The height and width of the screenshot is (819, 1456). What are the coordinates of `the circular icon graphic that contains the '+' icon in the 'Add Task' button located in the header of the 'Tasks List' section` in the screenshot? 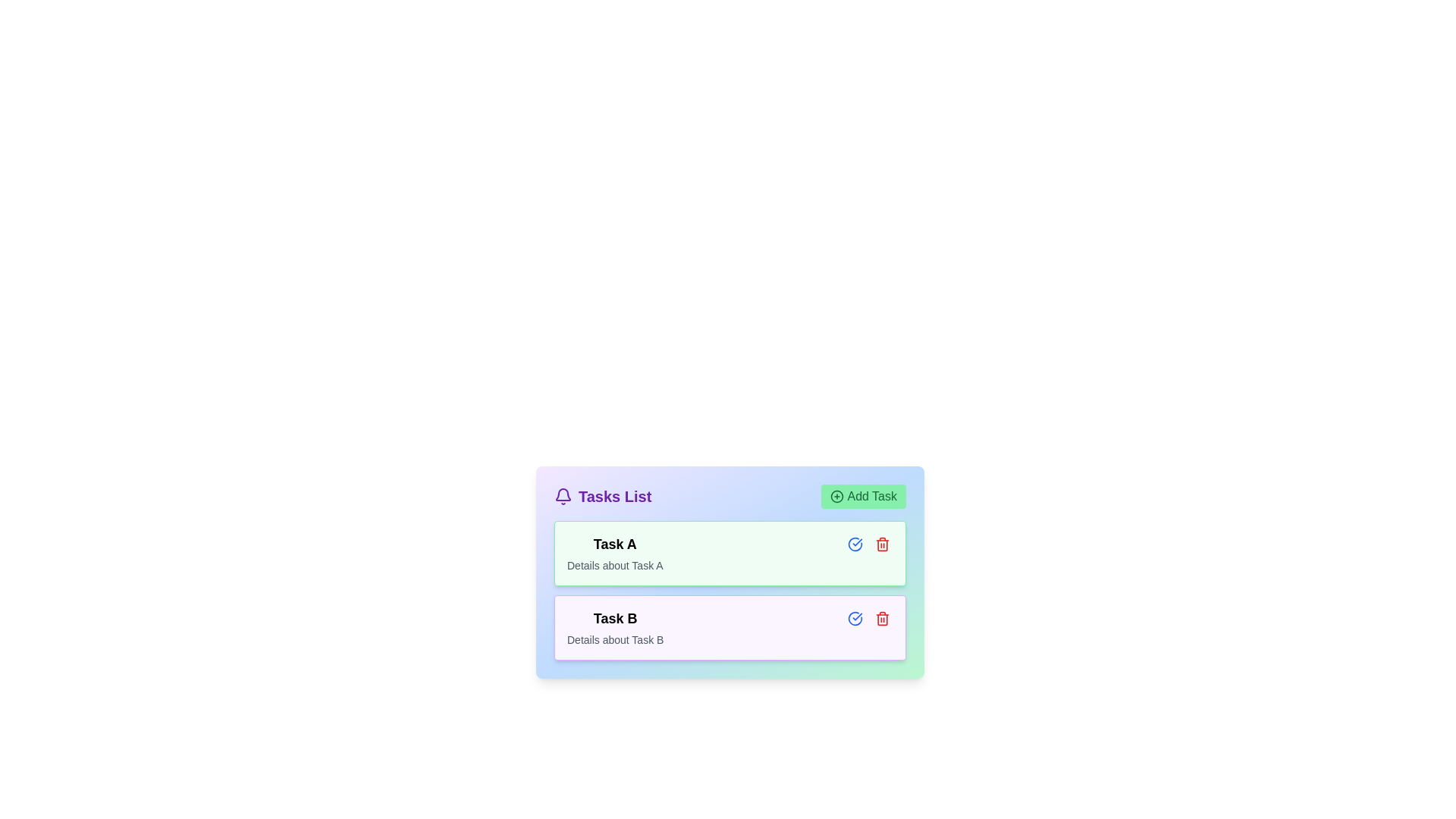 It's located at (836, 497).